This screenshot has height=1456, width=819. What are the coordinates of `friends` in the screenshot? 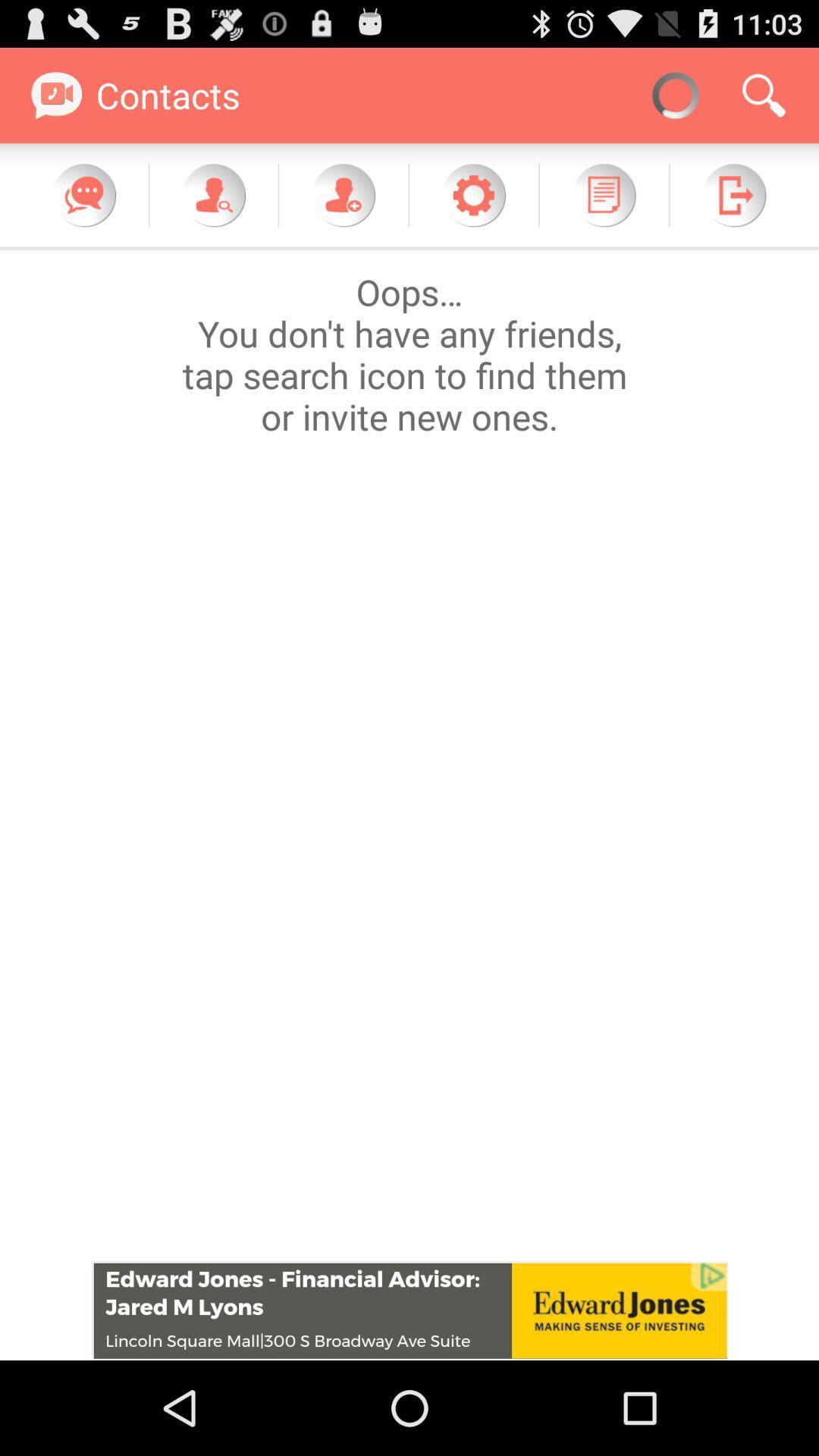 It's located at (343, 194).